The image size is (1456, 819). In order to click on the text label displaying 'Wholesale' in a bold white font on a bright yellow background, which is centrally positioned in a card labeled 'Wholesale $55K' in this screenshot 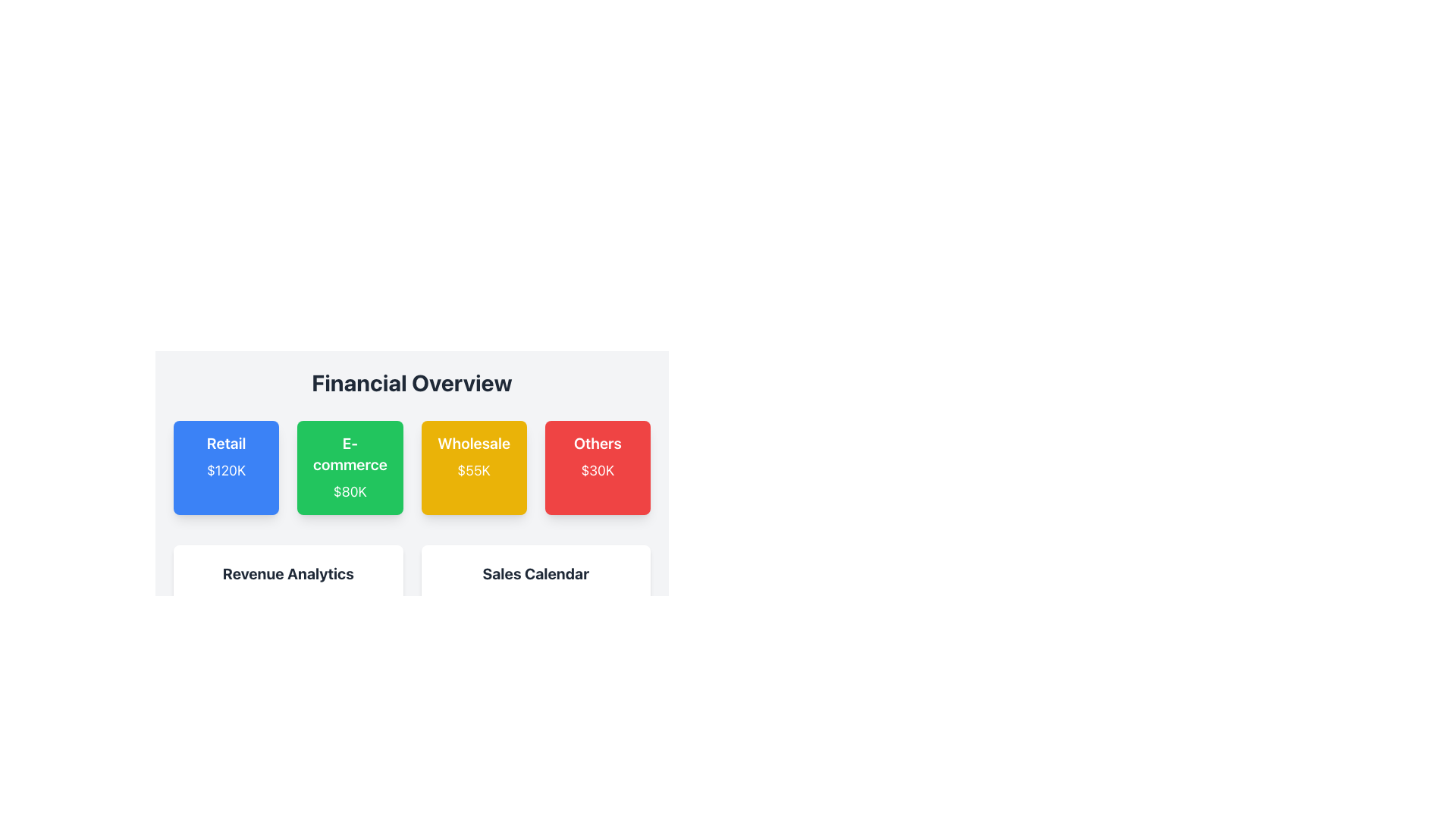, I will do `click(473, 444)`.